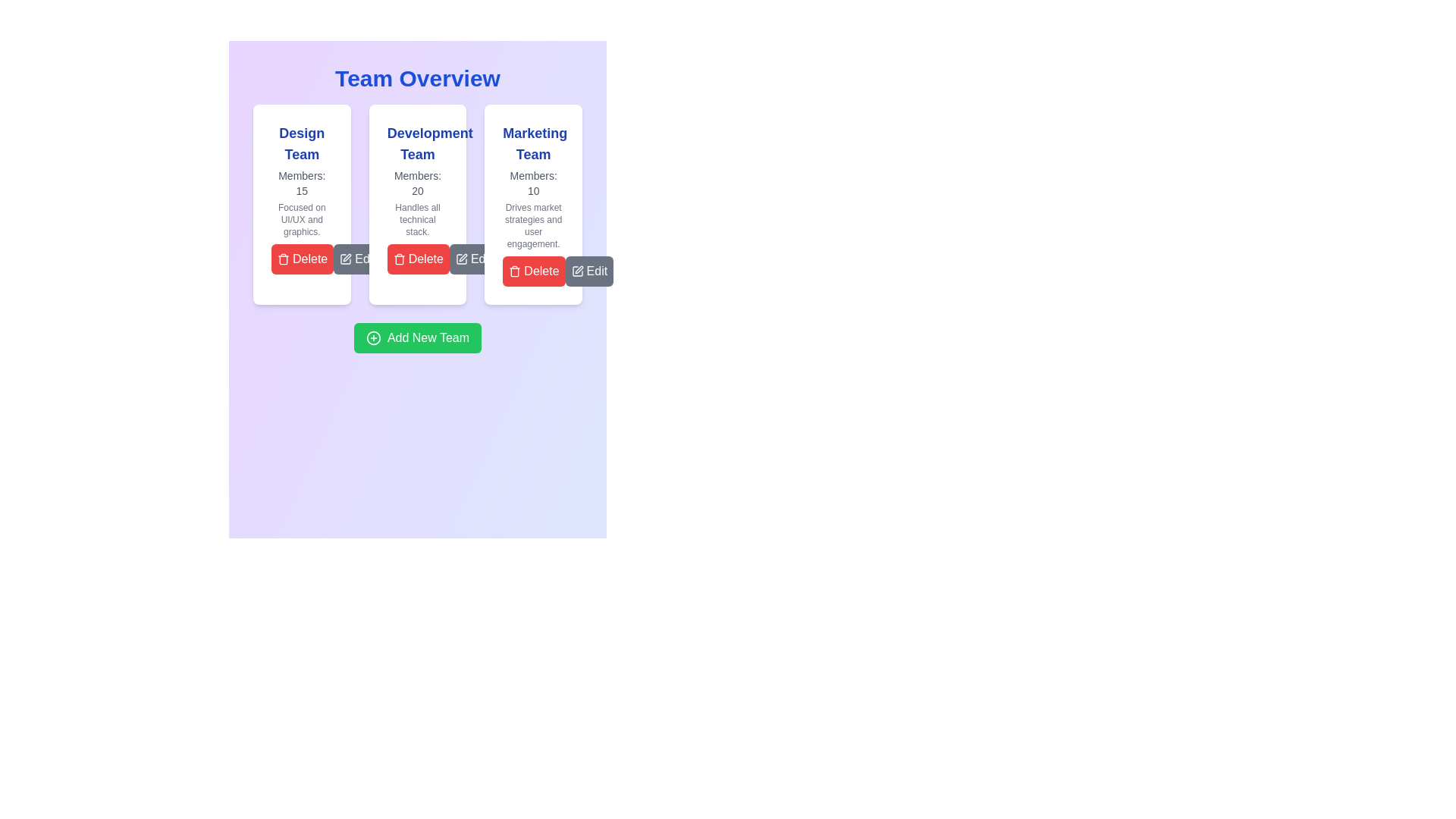  What do you see at coordinates (345, 259) in the screenshot?
I see `the square-shaped icon with a pen symbol inside, located within the Edit button of the Development Team card` at bounding box center [345, 259].